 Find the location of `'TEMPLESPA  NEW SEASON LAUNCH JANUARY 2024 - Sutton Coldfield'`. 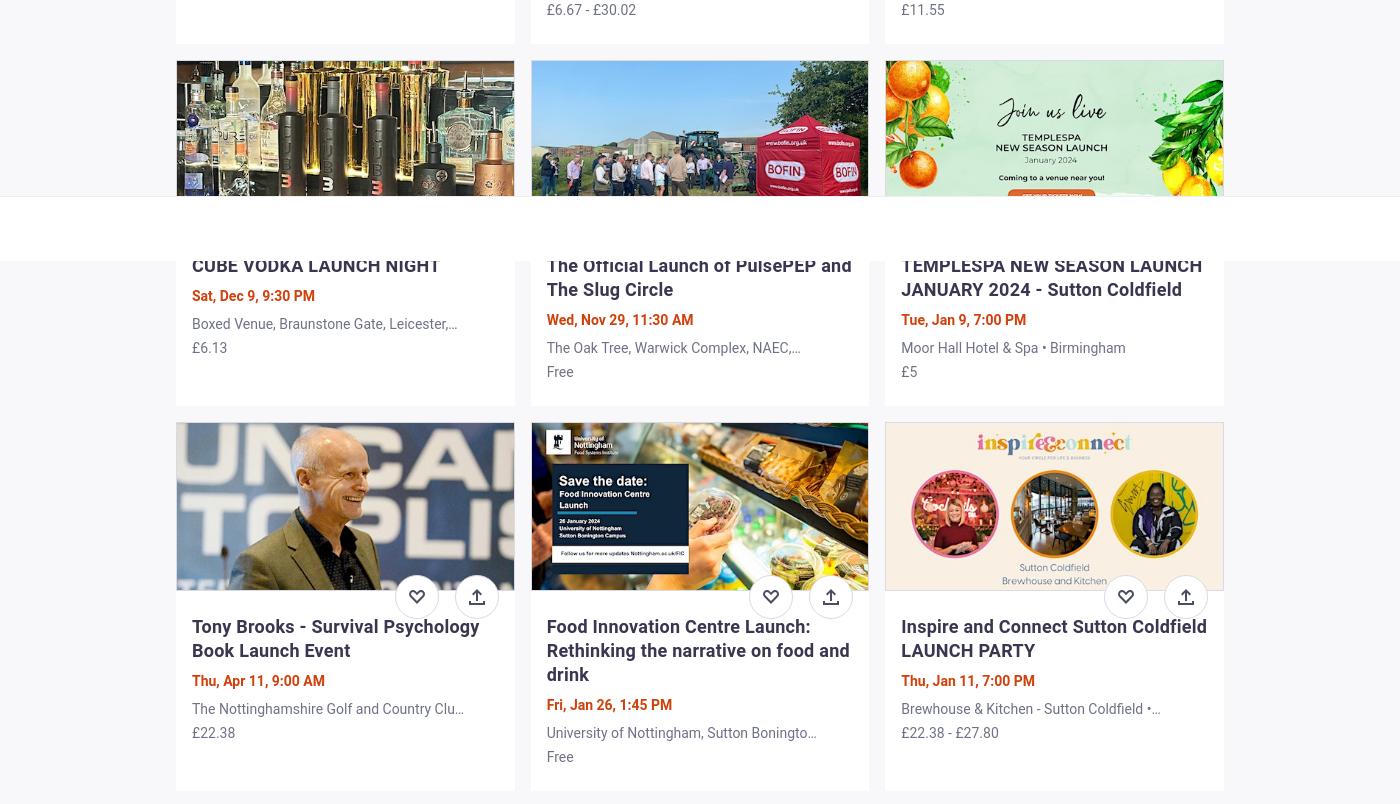

'TEMPLESPA  NEW SEASON LAUNCH JANUARY 2024 - Sutton Coldfield' is located at coordinates (1051, 275).